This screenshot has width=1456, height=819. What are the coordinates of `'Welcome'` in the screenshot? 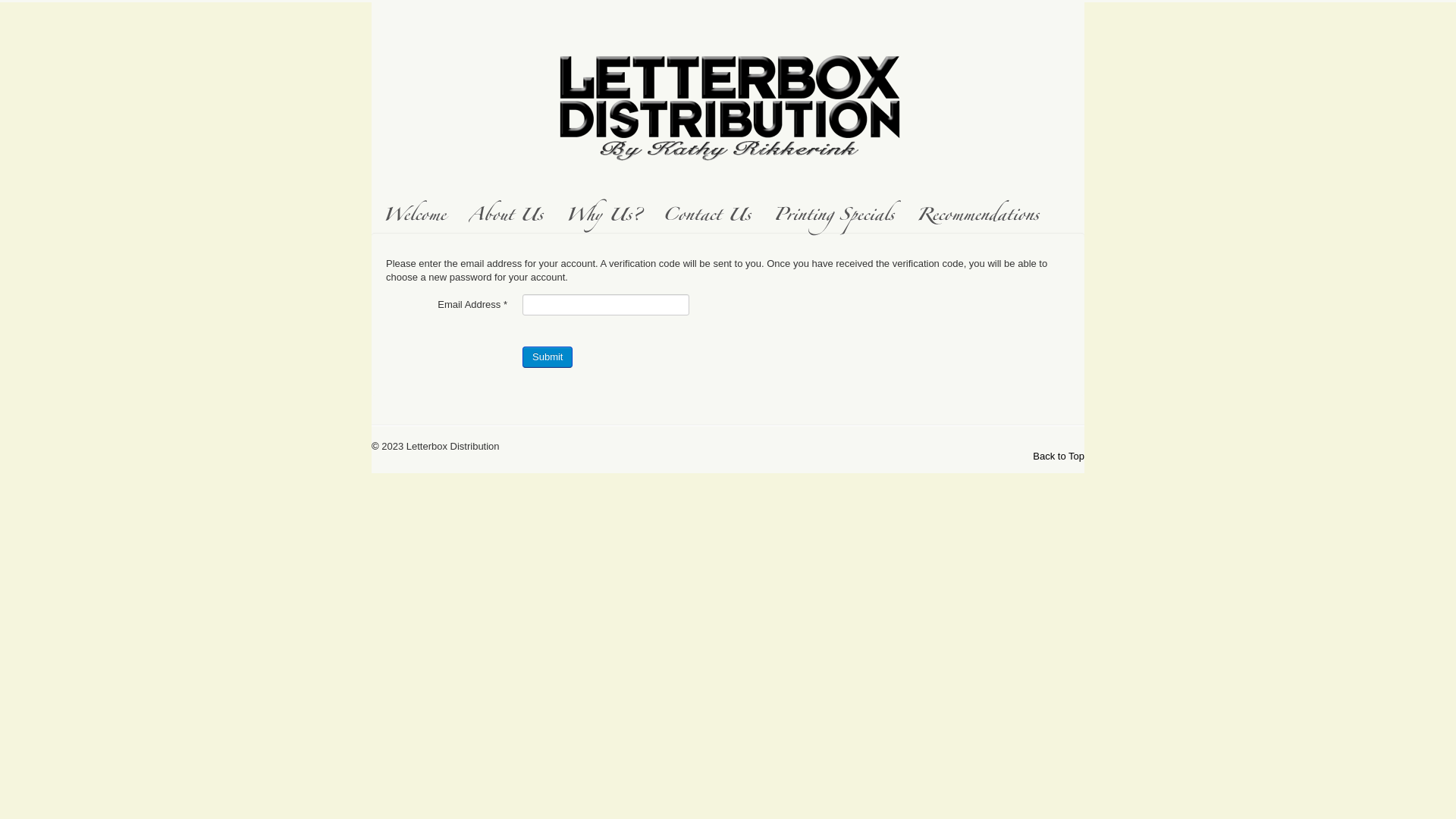 It's located at (414, 217).